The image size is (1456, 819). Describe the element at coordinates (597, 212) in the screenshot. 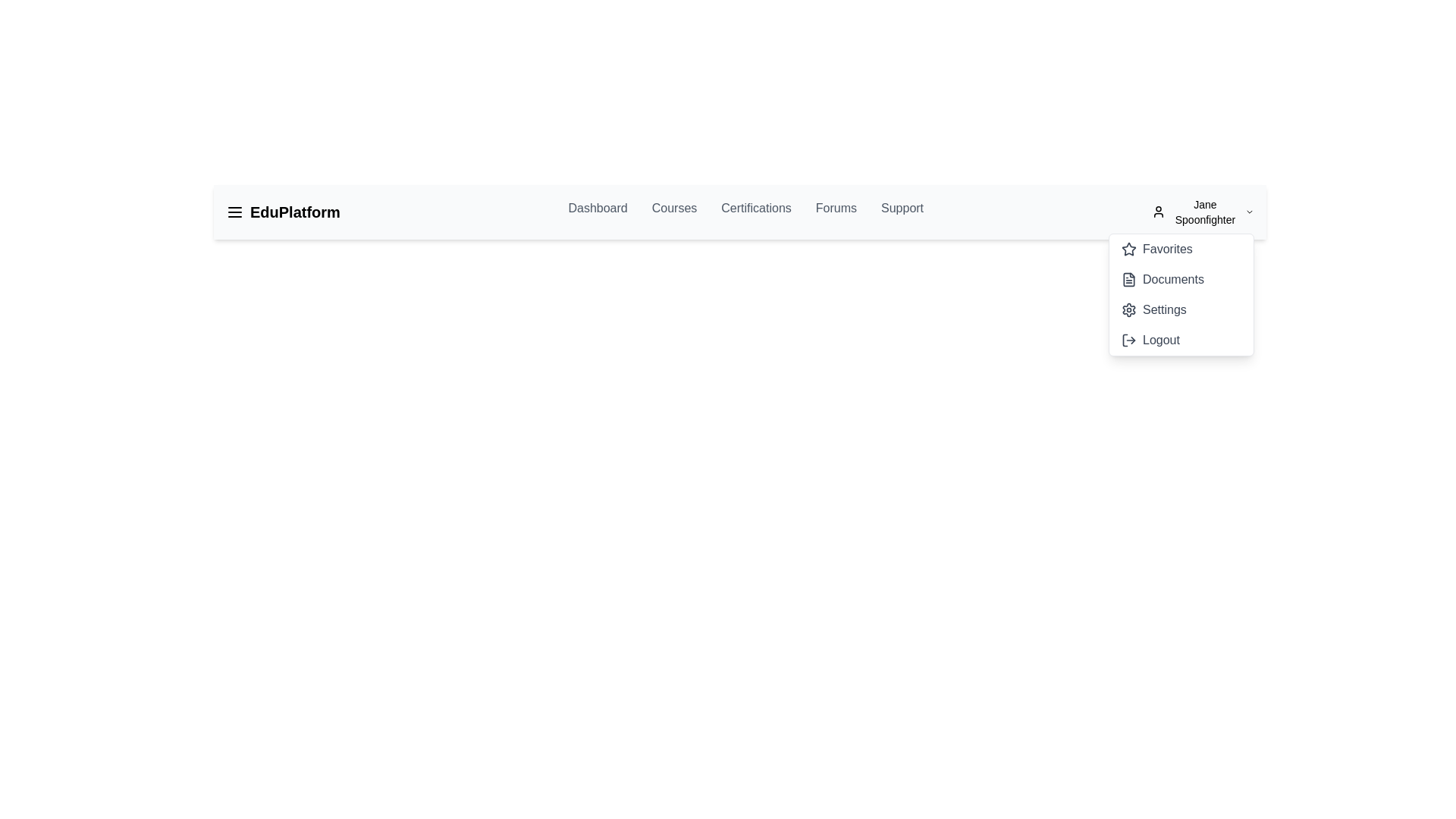

I see `the first hyperlink in the navigation bar that directs users to the Dashboard page` at that location.